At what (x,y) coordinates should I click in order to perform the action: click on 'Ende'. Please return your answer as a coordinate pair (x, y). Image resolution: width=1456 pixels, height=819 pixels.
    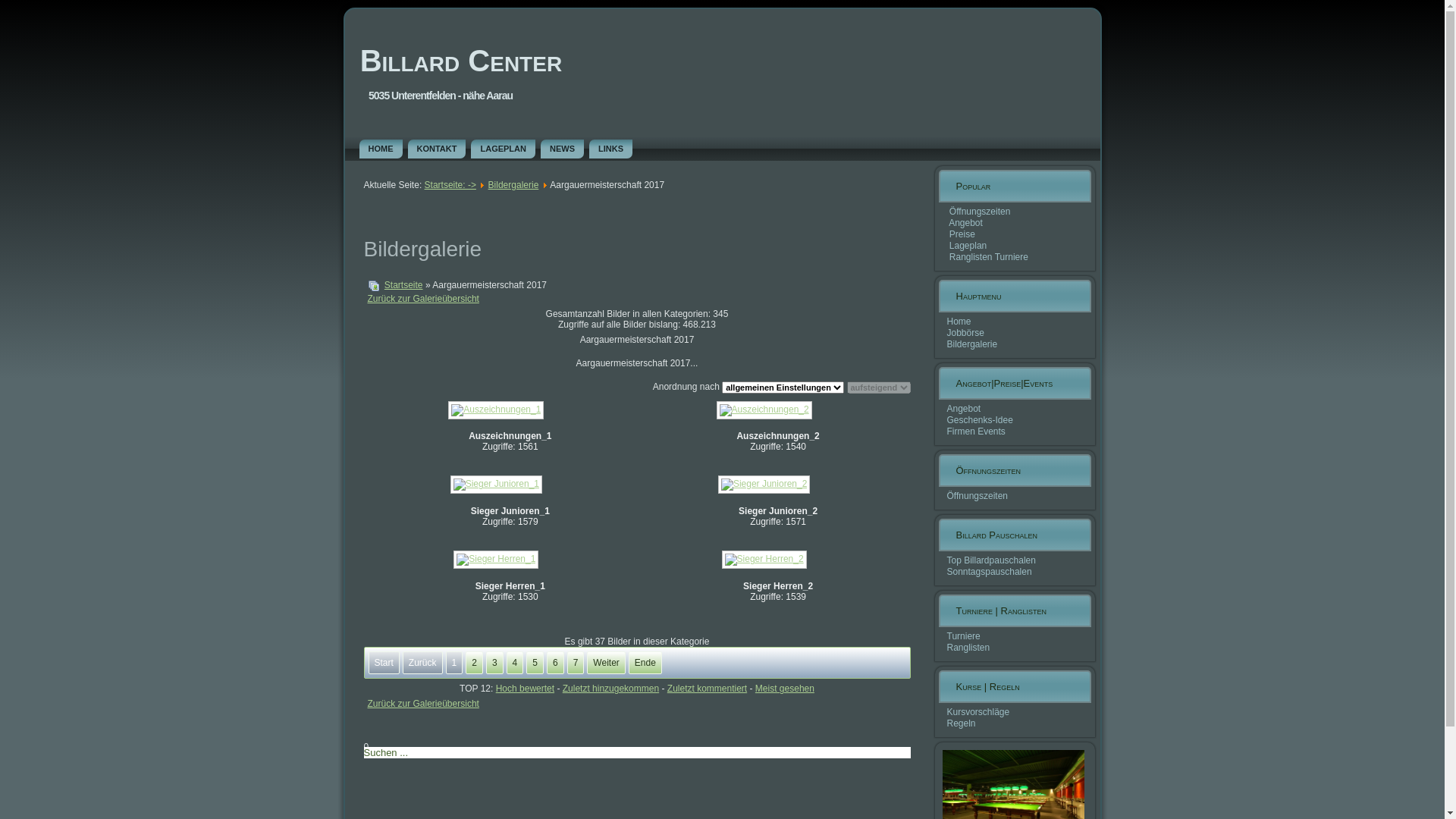
    Looking at the image, I should click on (645, 662).